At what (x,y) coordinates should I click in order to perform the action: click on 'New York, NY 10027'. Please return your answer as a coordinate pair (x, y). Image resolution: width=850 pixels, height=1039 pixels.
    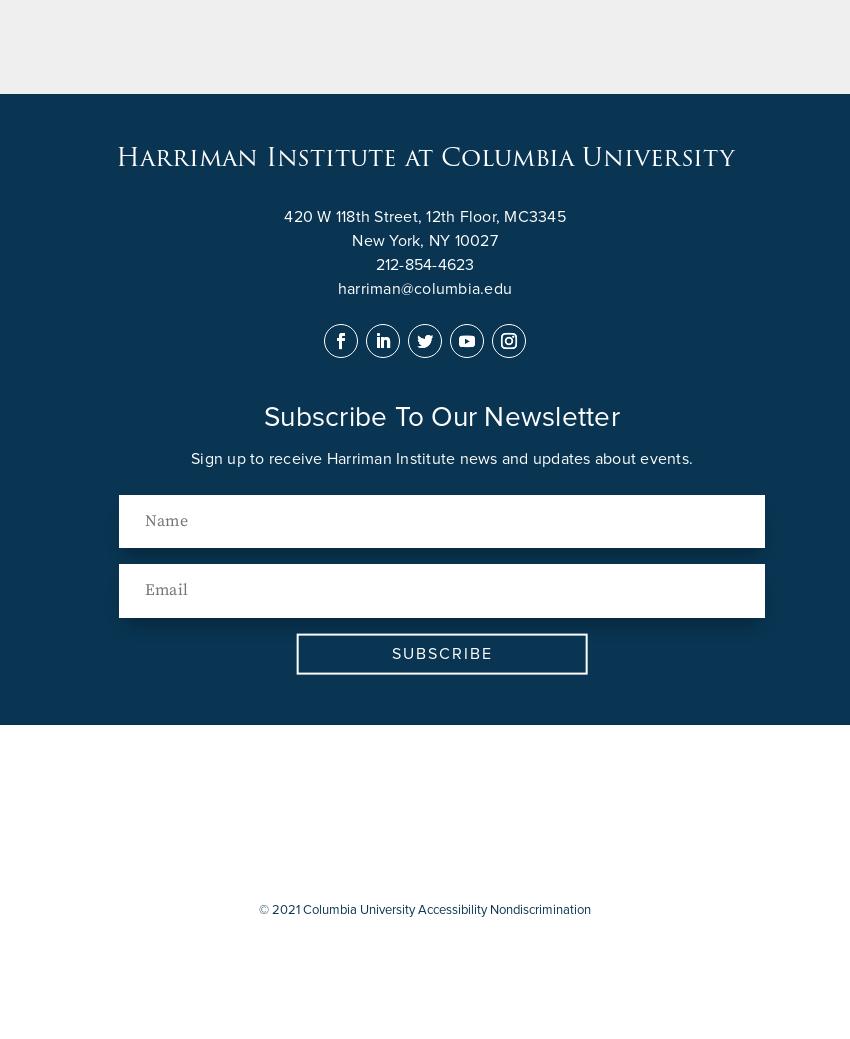
    Looking at the image, I should click on (424, 240).